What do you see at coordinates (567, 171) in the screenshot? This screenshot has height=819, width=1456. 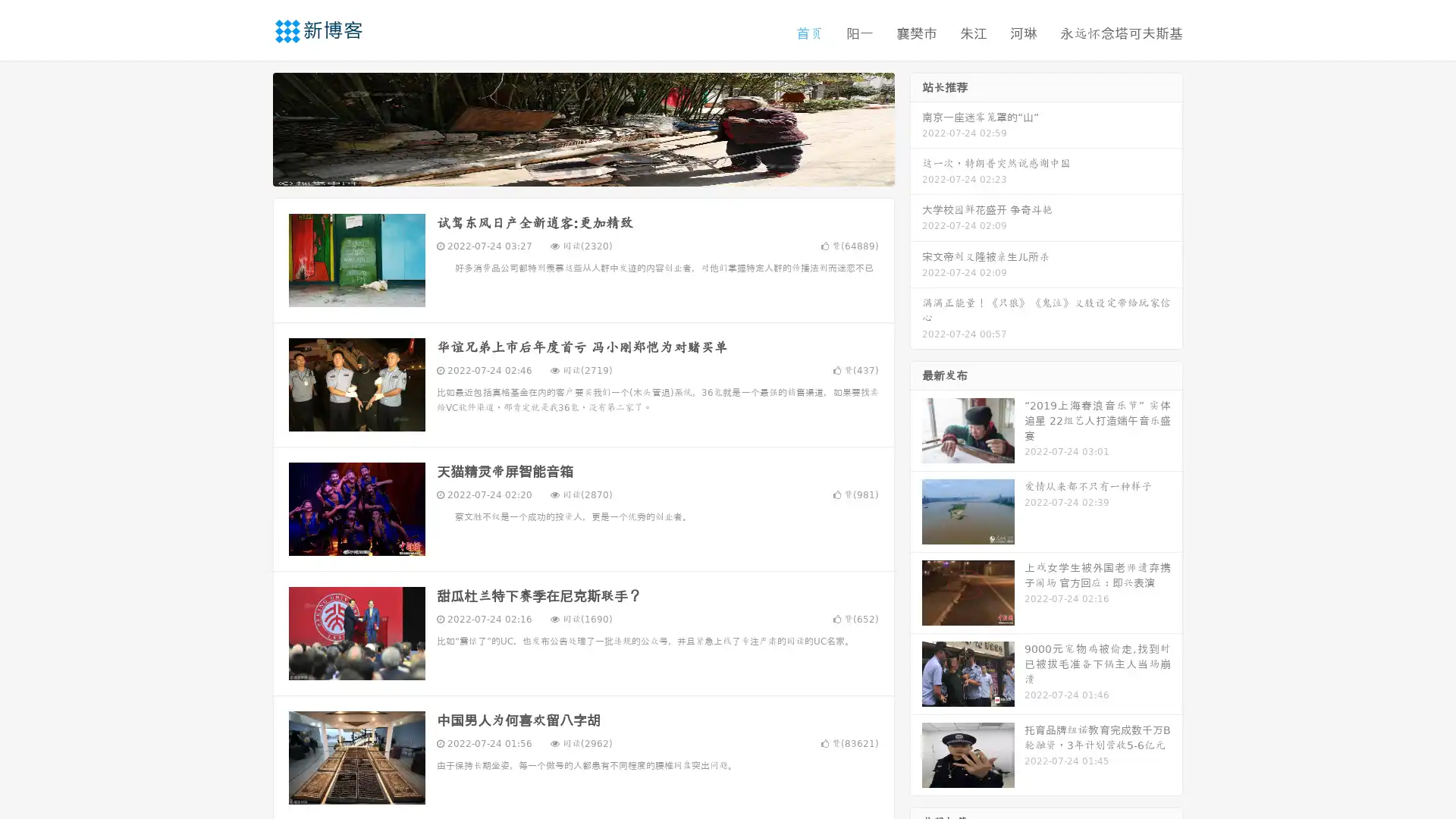 I see `Go to slide 1` at bounding box center [567, 171].